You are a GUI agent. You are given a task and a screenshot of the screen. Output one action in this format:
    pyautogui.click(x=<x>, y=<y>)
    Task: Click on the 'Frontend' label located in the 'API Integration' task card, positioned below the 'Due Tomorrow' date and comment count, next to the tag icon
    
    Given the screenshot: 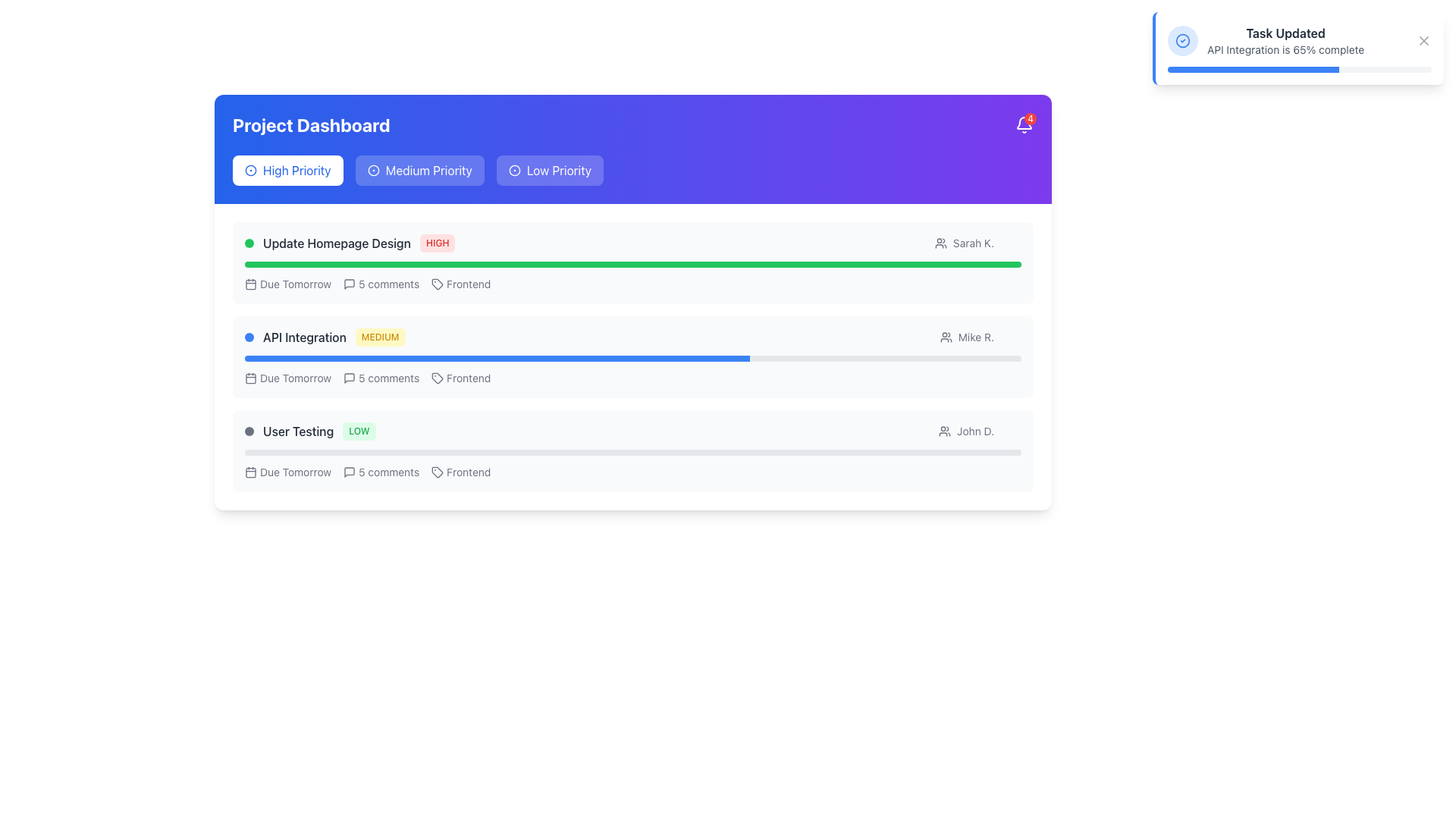 What is the action you would take?
    pyautogui.click(x=468, y=377)
    